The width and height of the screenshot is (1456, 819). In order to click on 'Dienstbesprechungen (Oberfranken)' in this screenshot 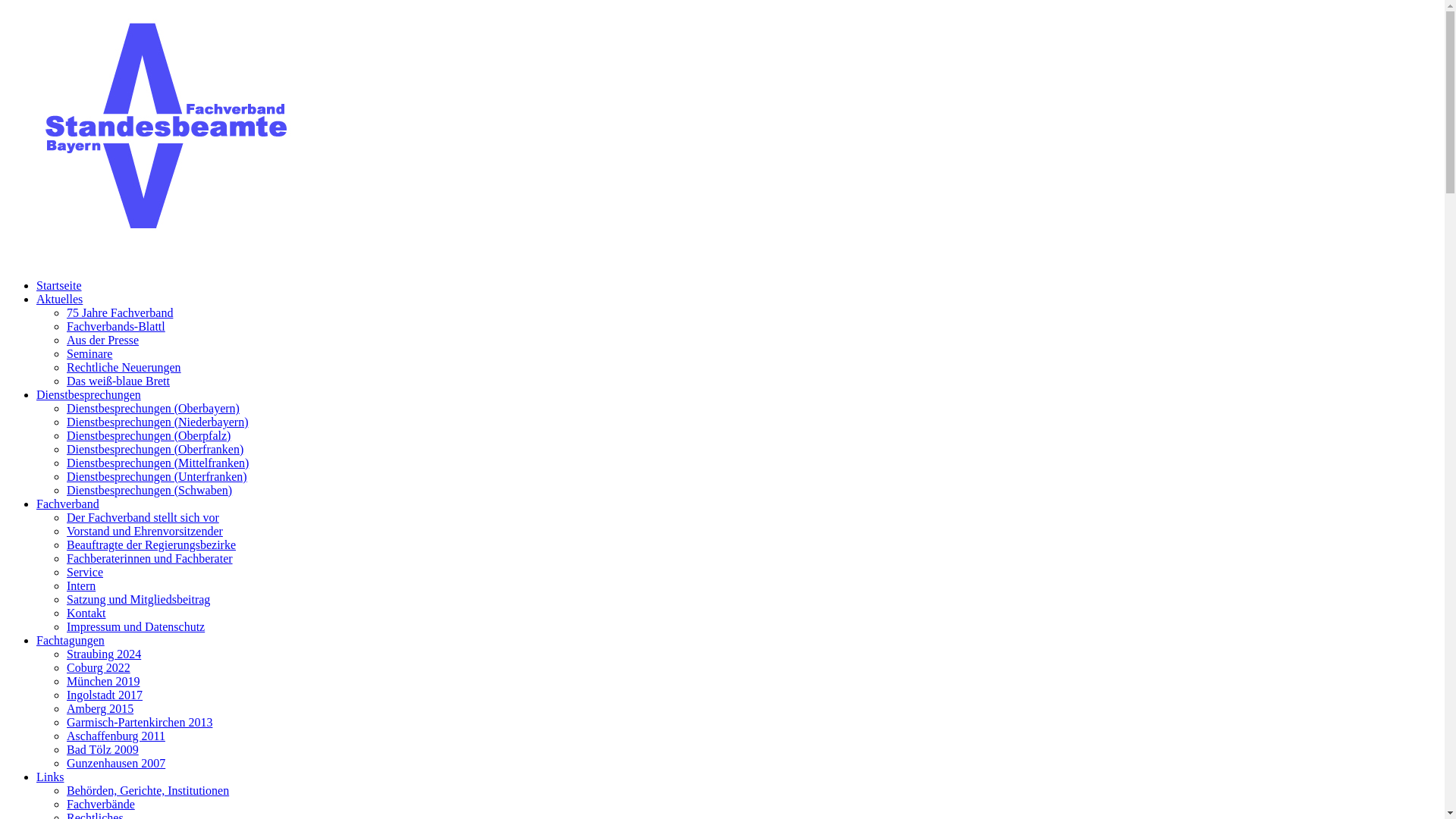, I will do `click(155, 448)`.